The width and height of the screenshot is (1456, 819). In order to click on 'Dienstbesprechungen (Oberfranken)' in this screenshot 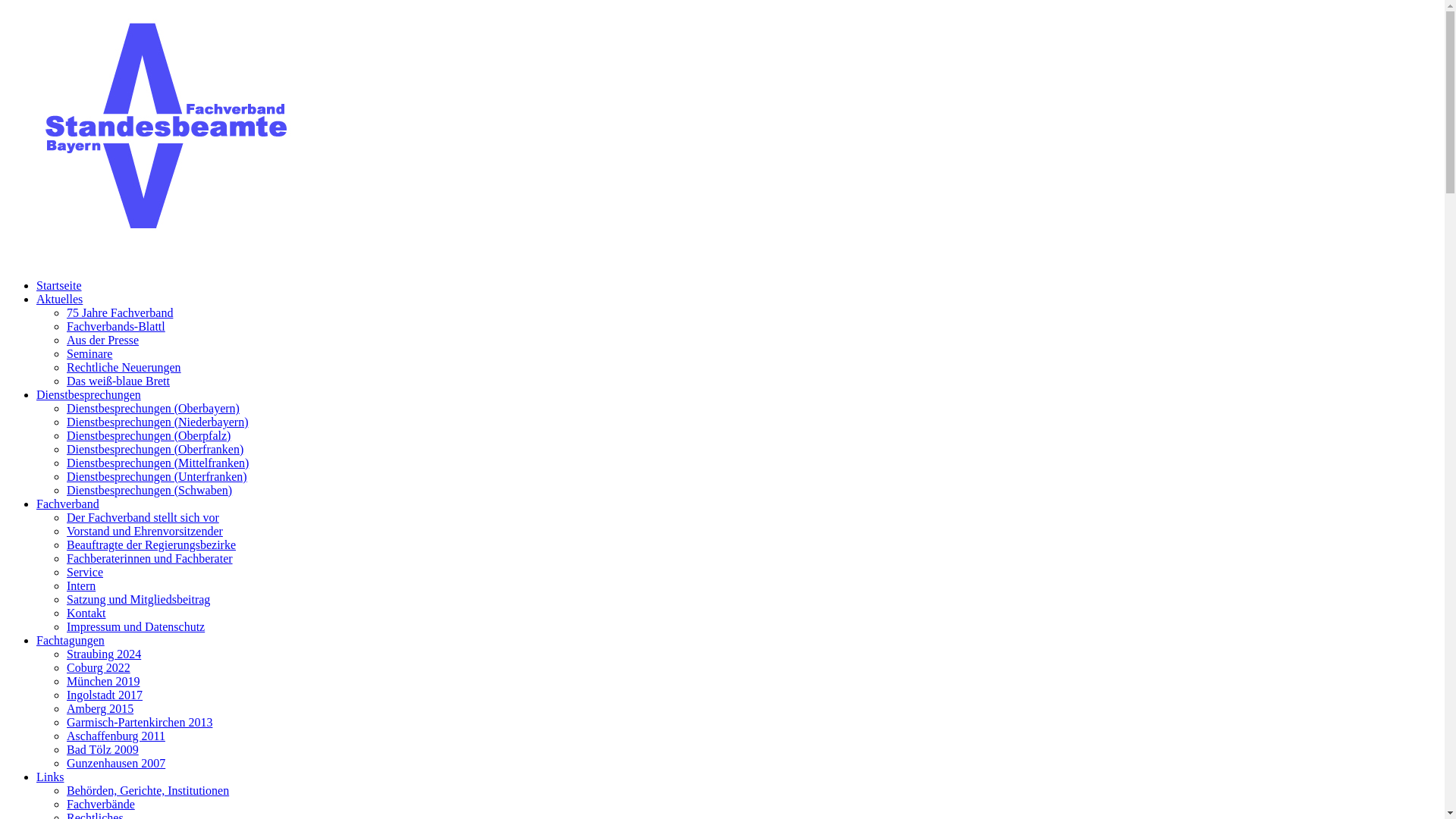, I will do `click(155, 448)`.